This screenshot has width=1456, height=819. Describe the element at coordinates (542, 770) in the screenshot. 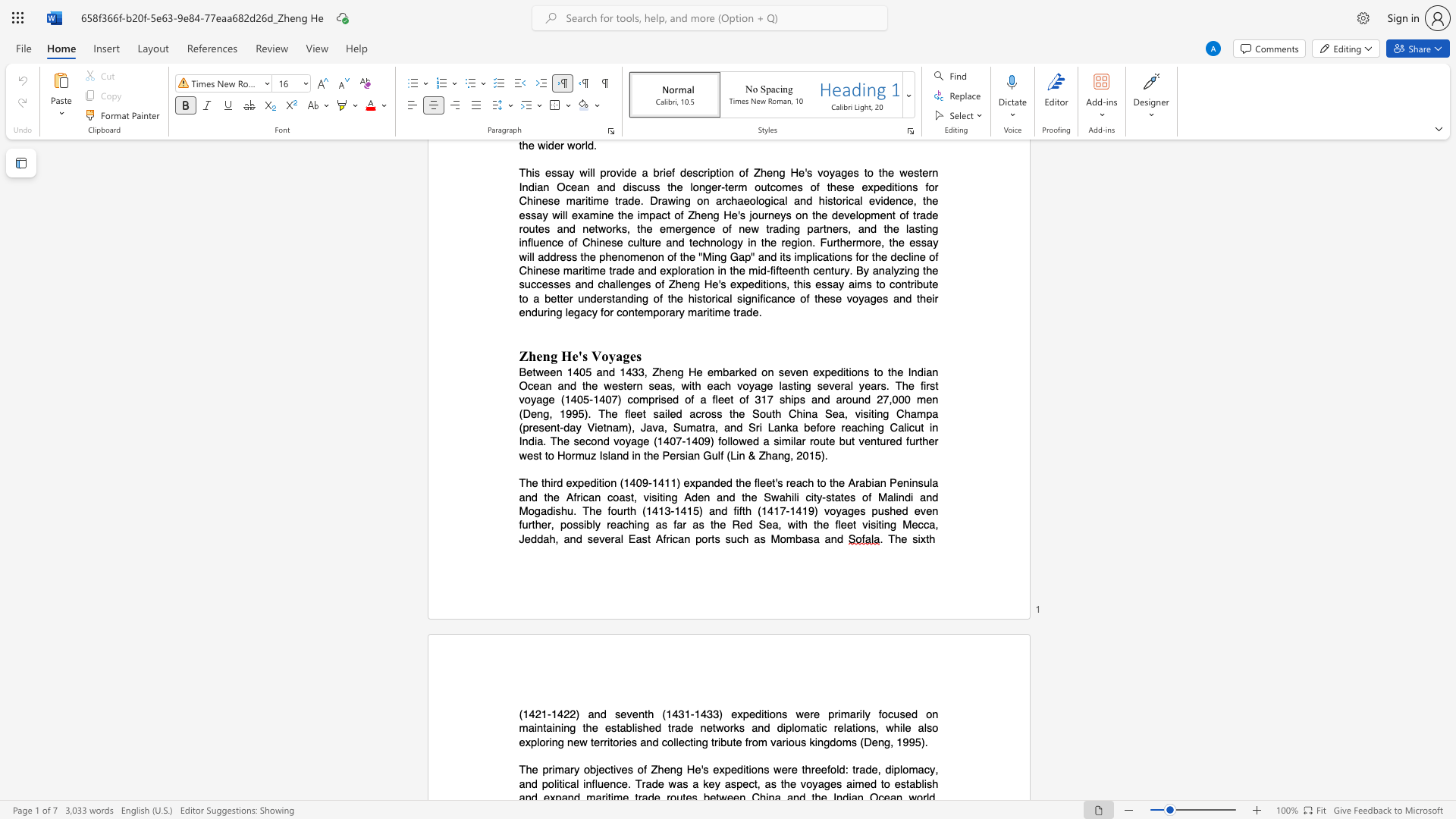

I see `the subset text "prim" within the text "The primary"` at that location.